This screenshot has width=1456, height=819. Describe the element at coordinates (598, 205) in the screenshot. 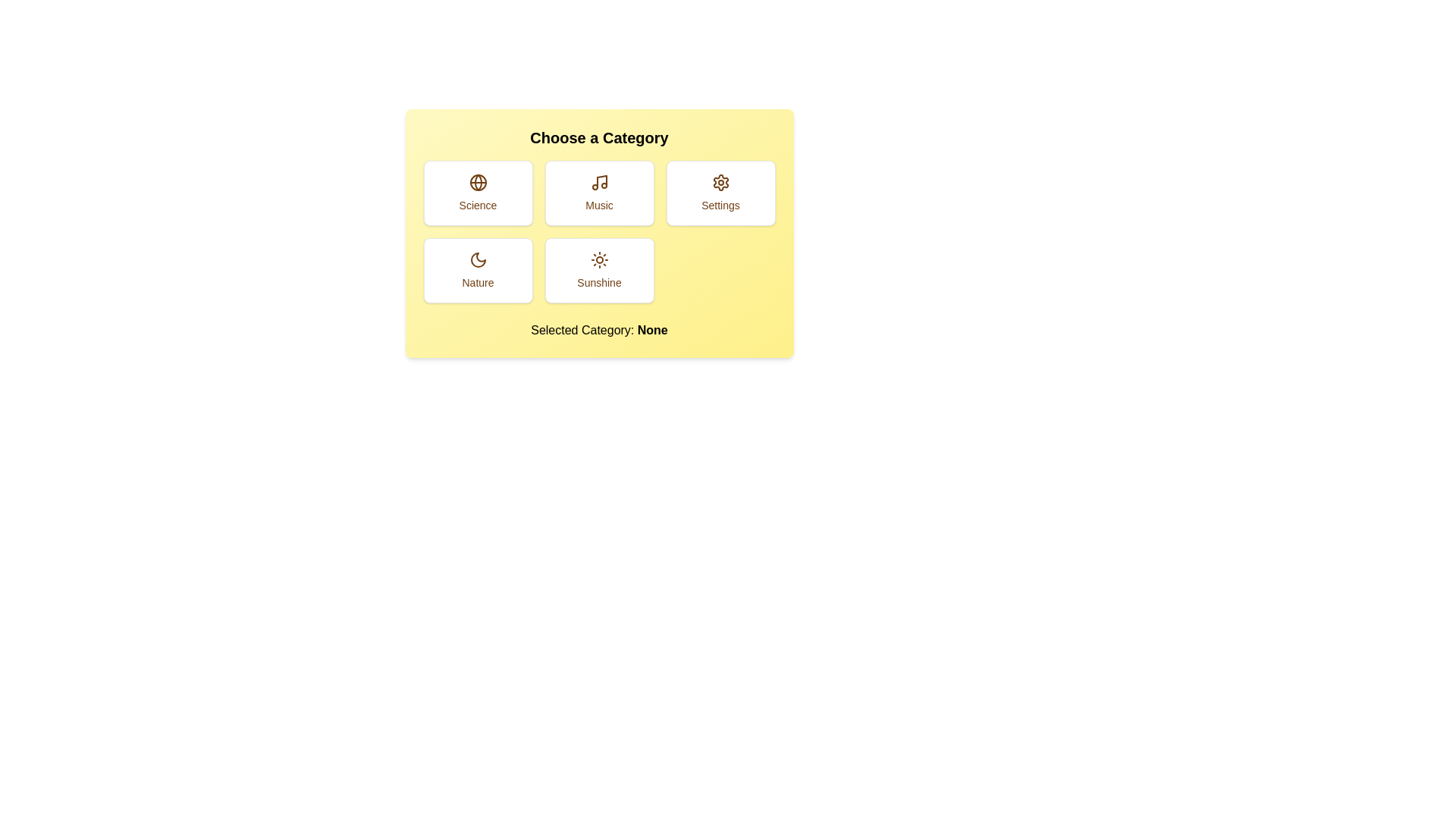

I see `the static text label displaying 'Music' in medium brown color, located beneath the musical note icon within its card in the second column of the first row` at that location.